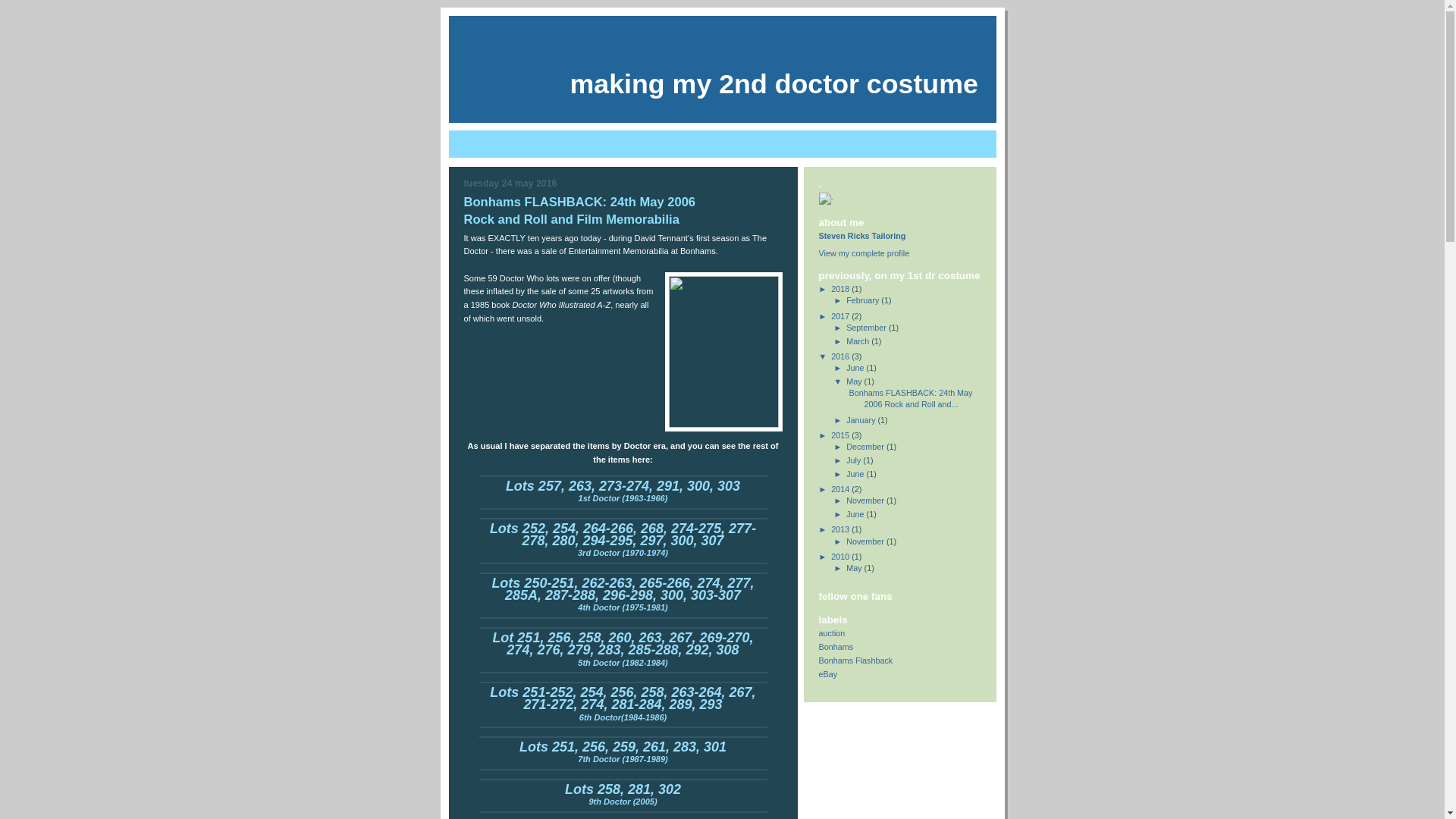  Describe the element at coordinates (855, 660) in the screenshot. I see `'Bonhams Flashback'` at that location.